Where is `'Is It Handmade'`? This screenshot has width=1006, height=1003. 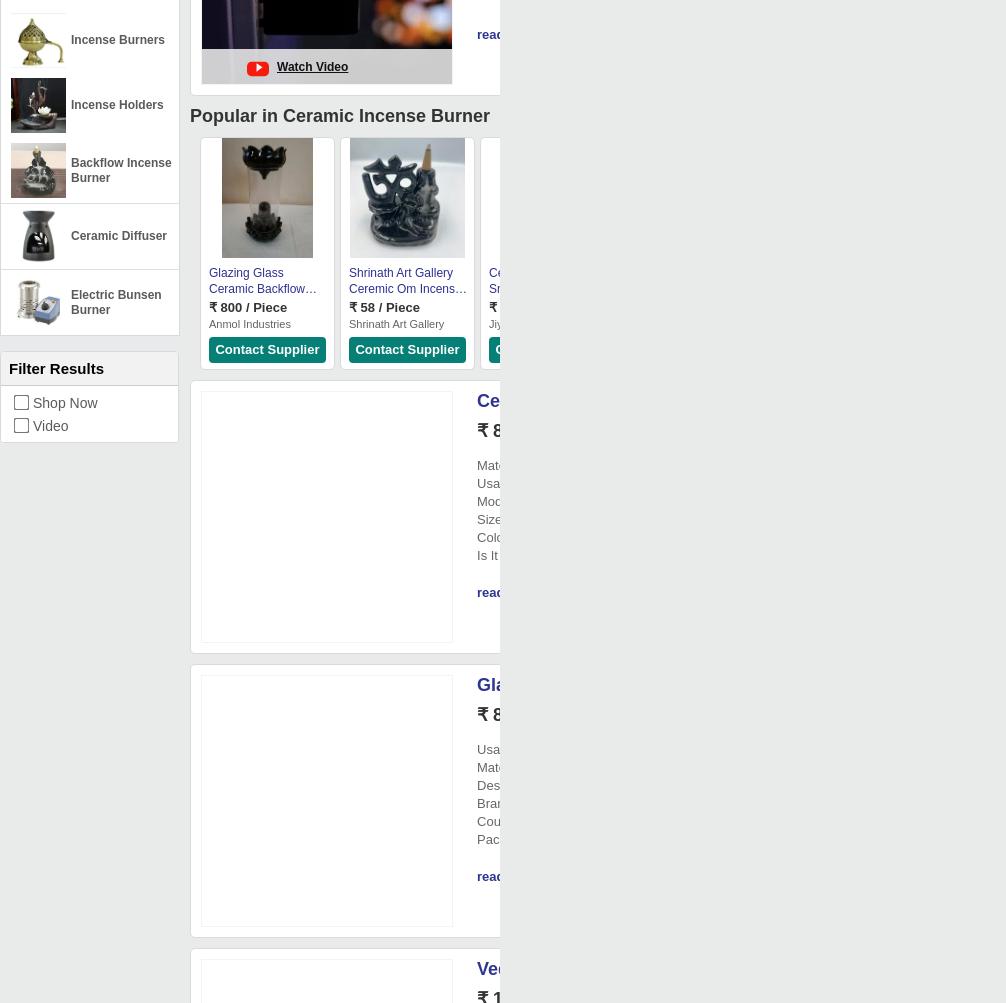
'Is It Handmade' is located at coordinates (476, 554).